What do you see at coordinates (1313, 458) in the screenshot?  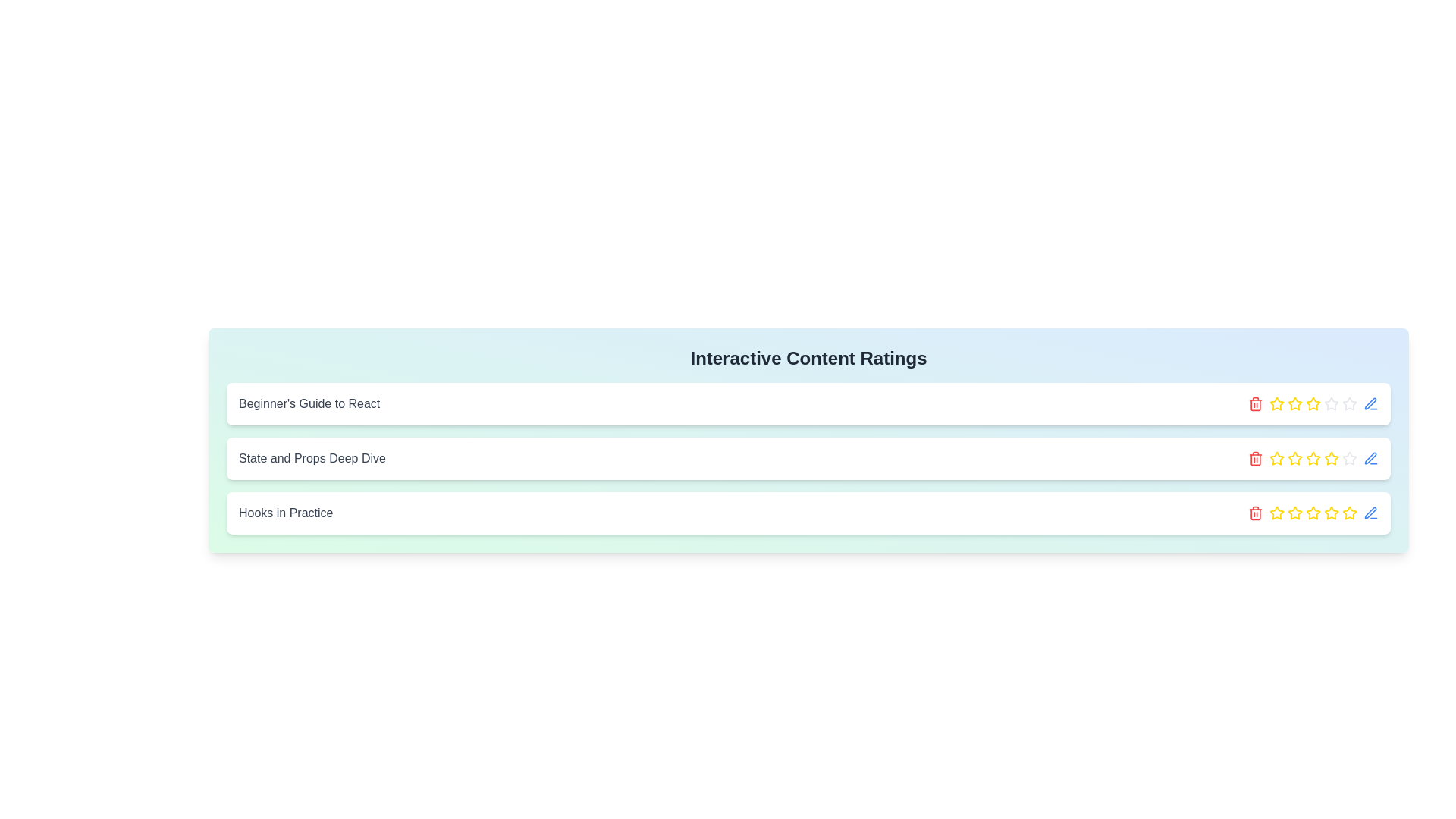 I see `the third golden star icon in the row of rating stars under the 'Interactive Content Ratings' header for 'State and Props Deep Dive'` at bounding box center [1313, 458].